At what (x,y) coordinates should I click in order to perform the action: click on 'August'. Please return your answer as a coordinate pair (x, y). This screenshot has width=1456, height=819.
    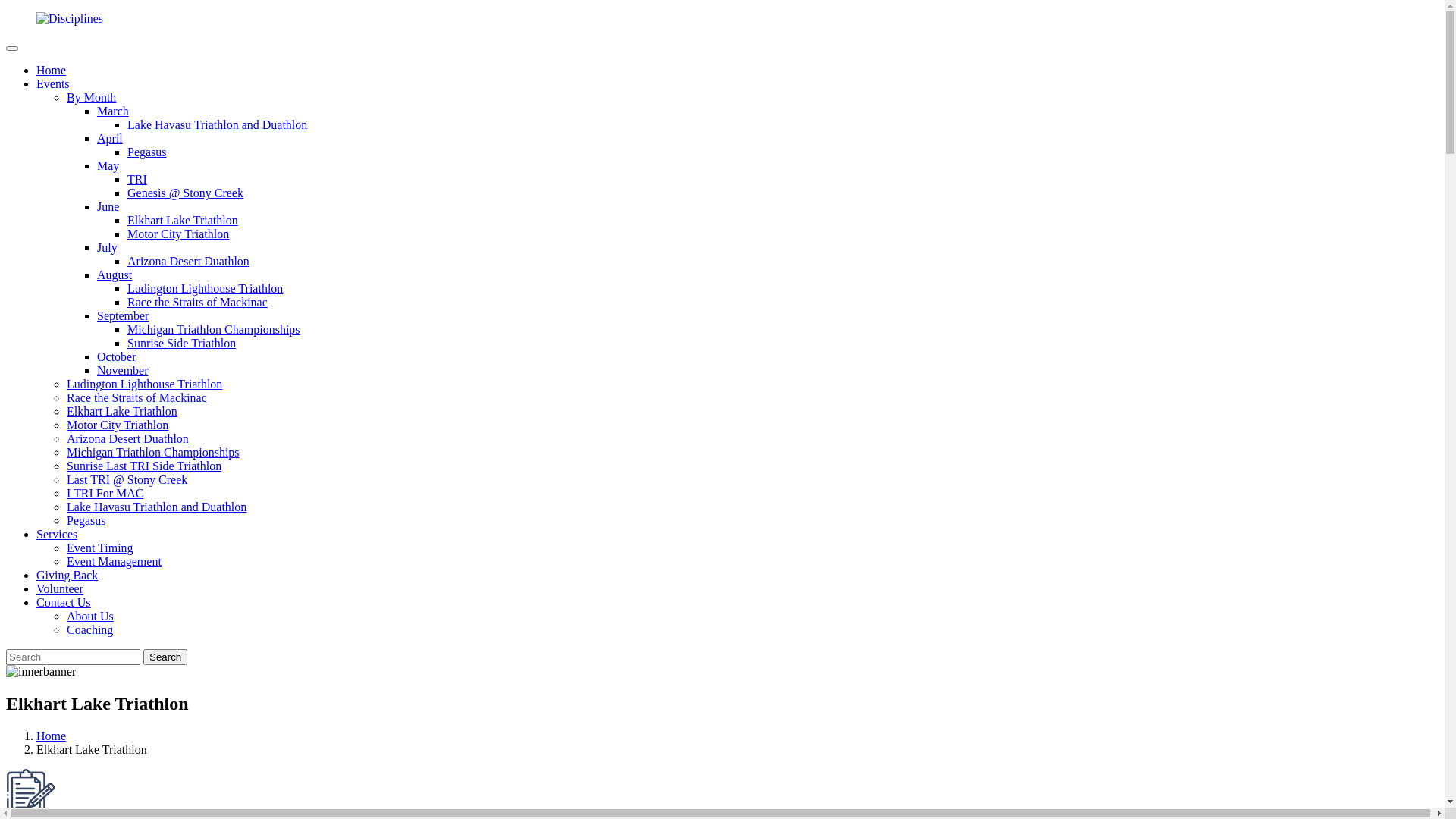
    Looking at the image, I should click on (113, 275).